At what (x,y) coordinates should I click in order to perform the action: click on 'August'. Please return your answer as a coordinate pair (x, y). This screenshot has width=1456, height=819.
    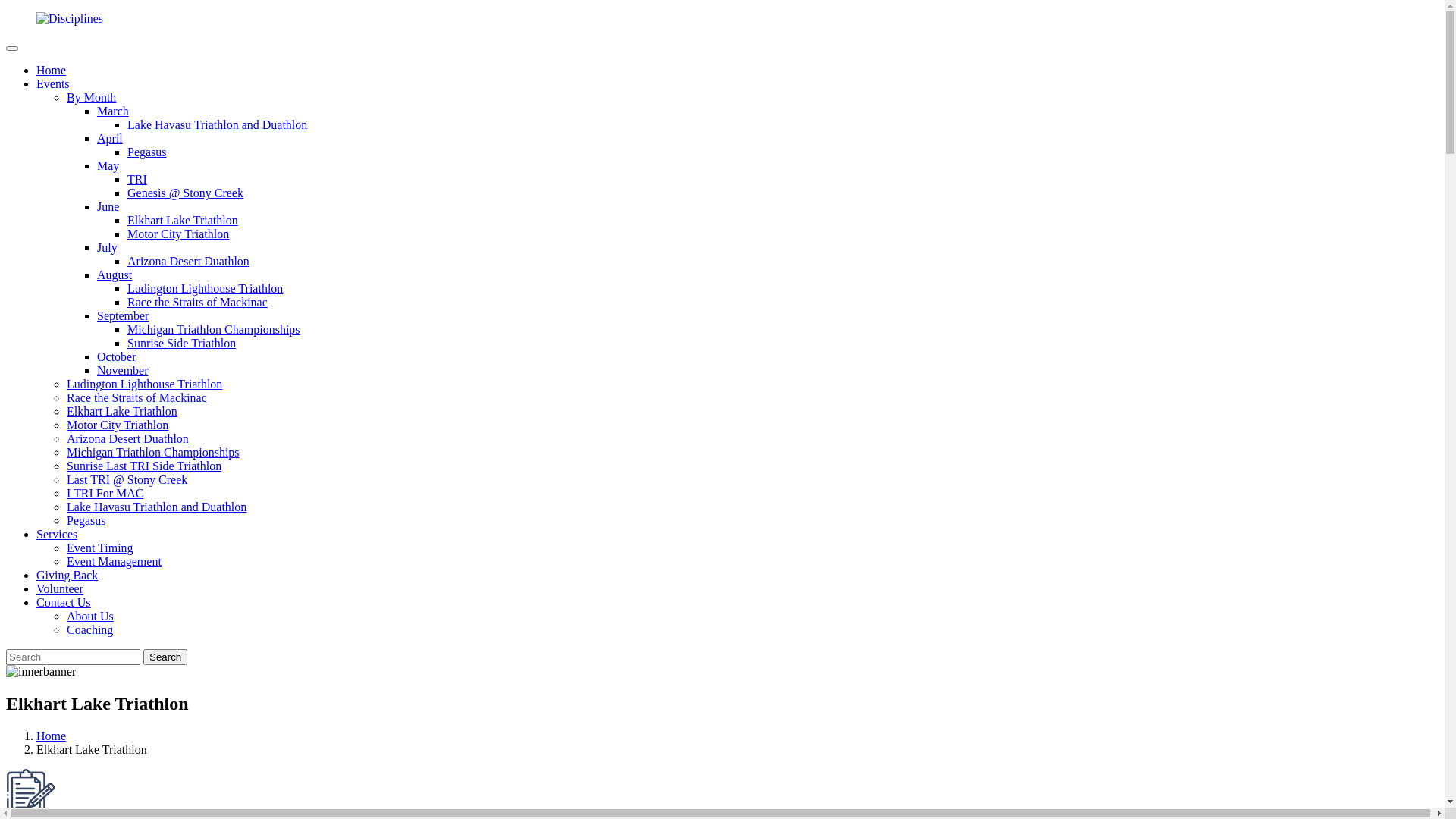
    Looking at the image, I should click on (113, 275).